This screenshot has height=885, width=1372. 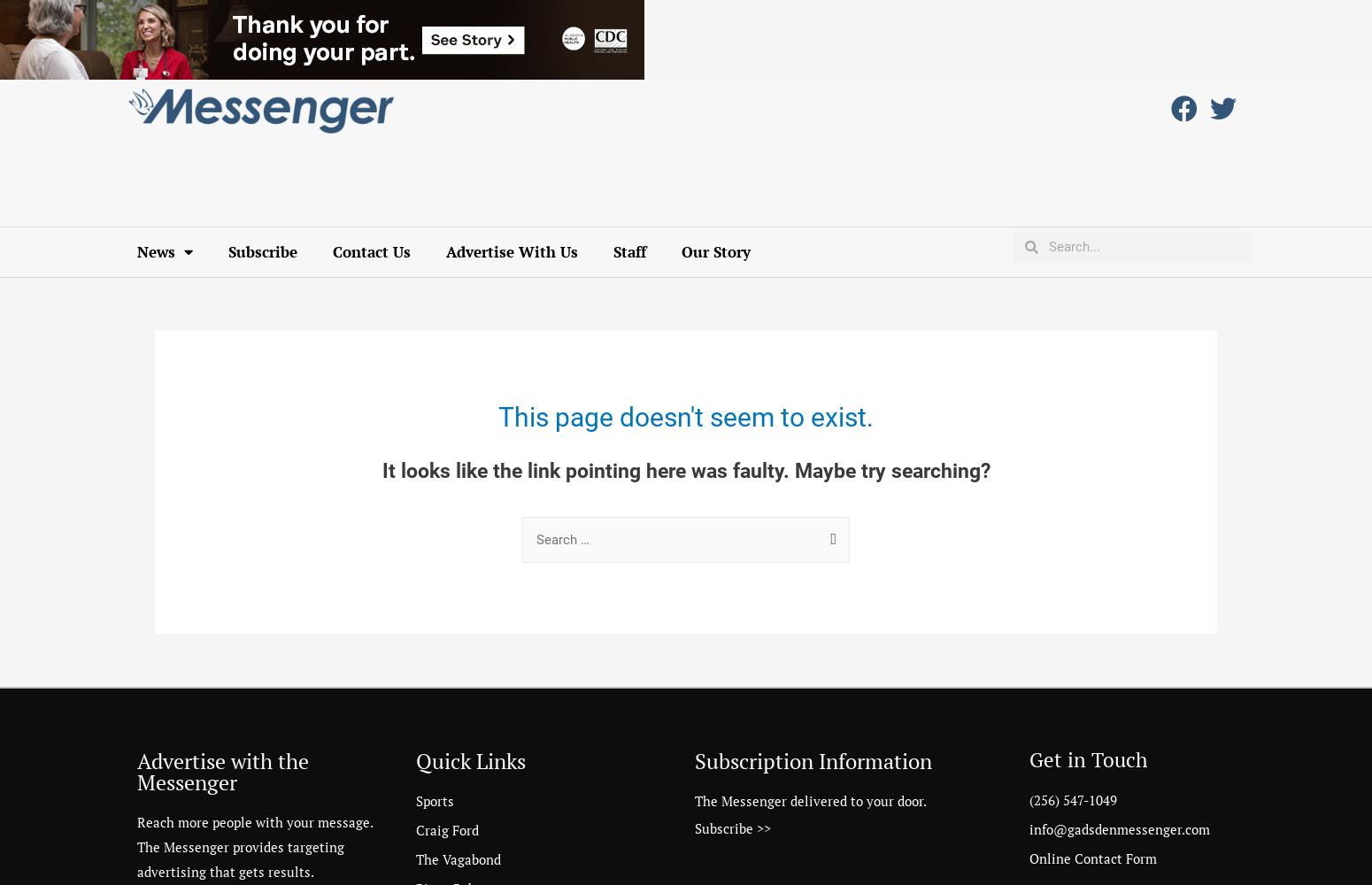 I want to click on 'Get in Touch', so click(x=1088, y=758).